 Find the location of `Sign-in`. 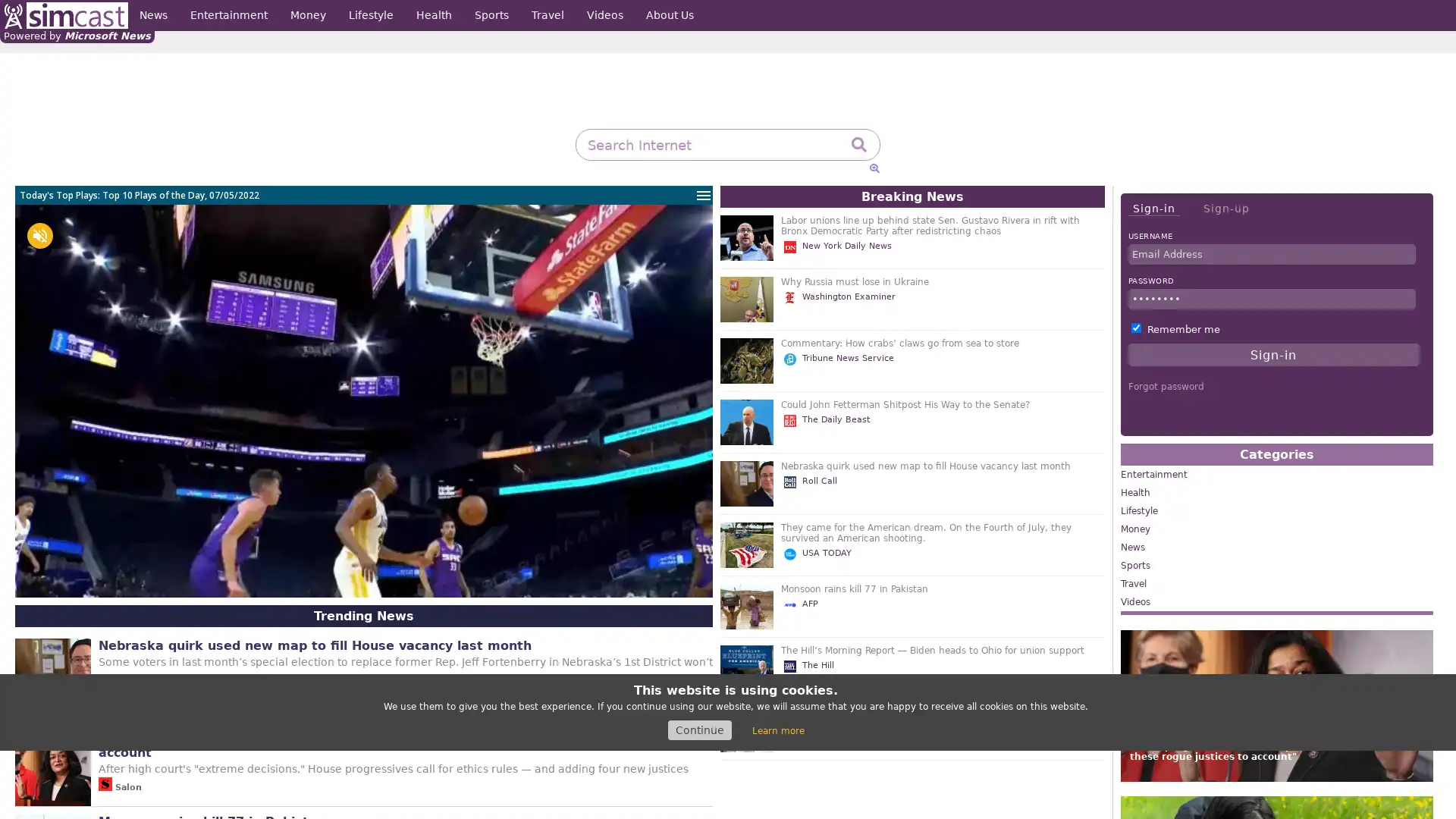

Sign-in is located at coordinates (1153, 209).